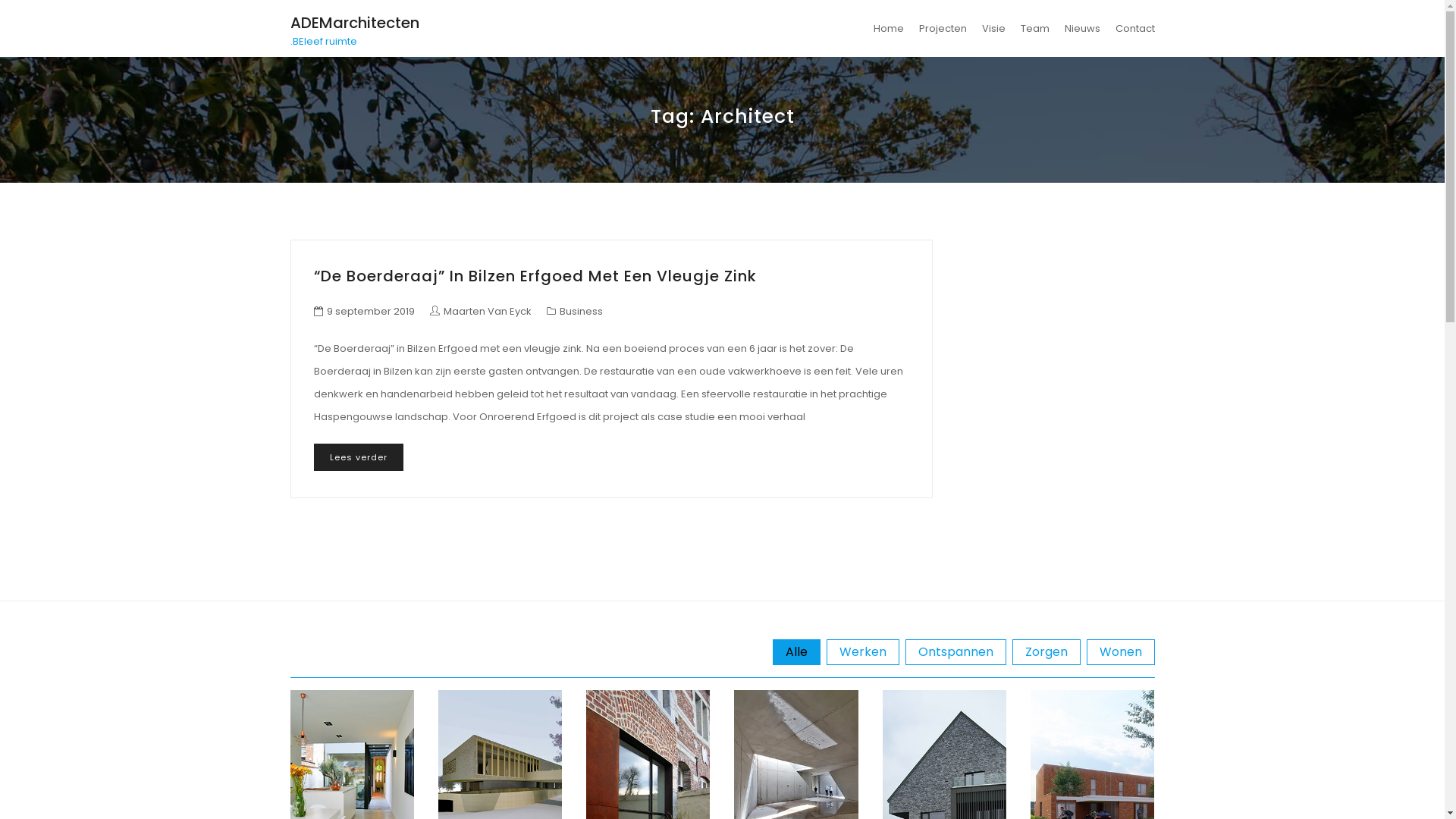  I want to click on 'Home', so click(888, 28).